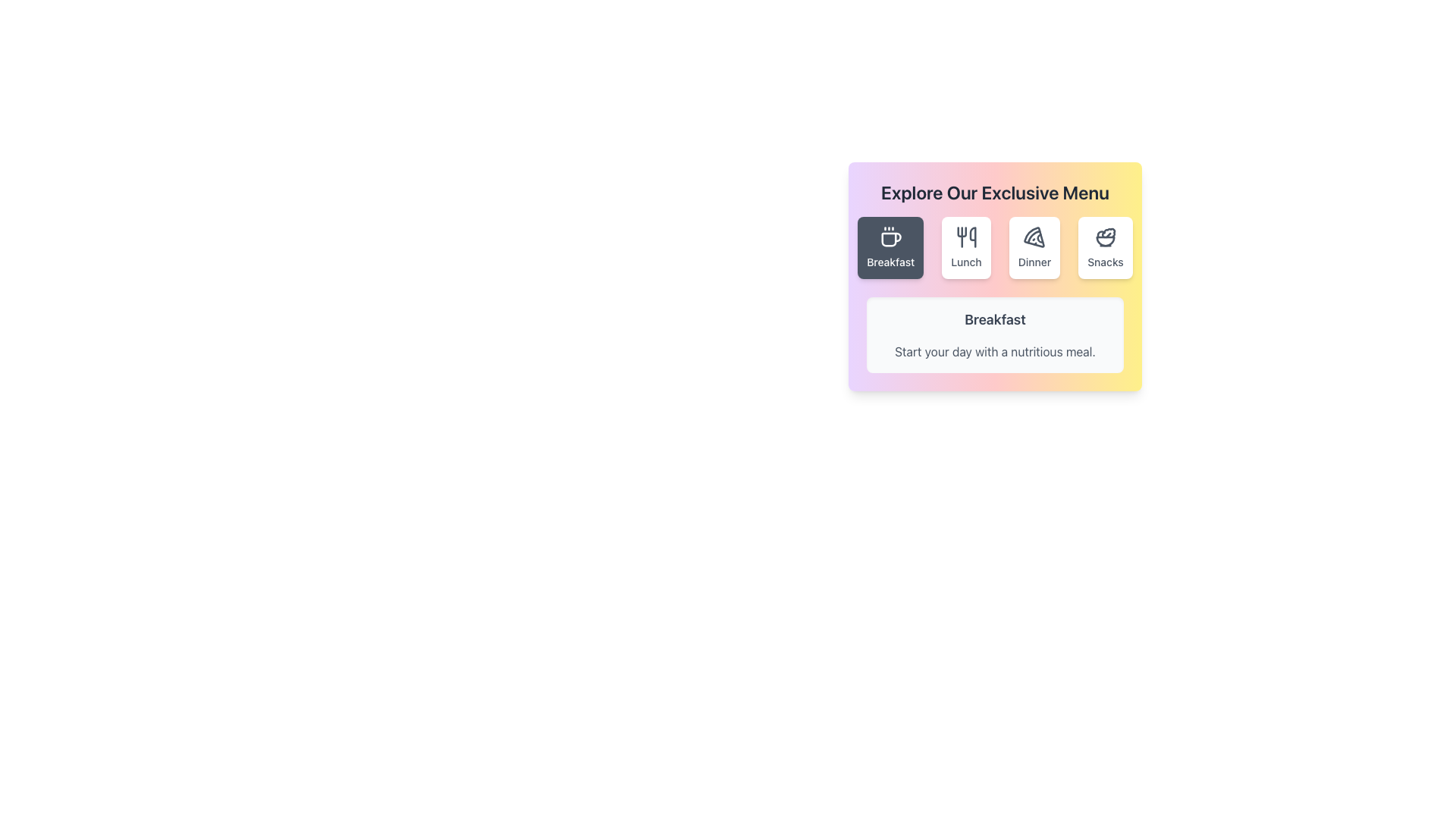  What do you see at coordinates (890, 237) in the screenshot?
I see `the SVG icon representing the 'Breakfast' category, located above the 'Breakfast' text in the first button of a horizontal row of four buttons` at bounding box center [890, 237].